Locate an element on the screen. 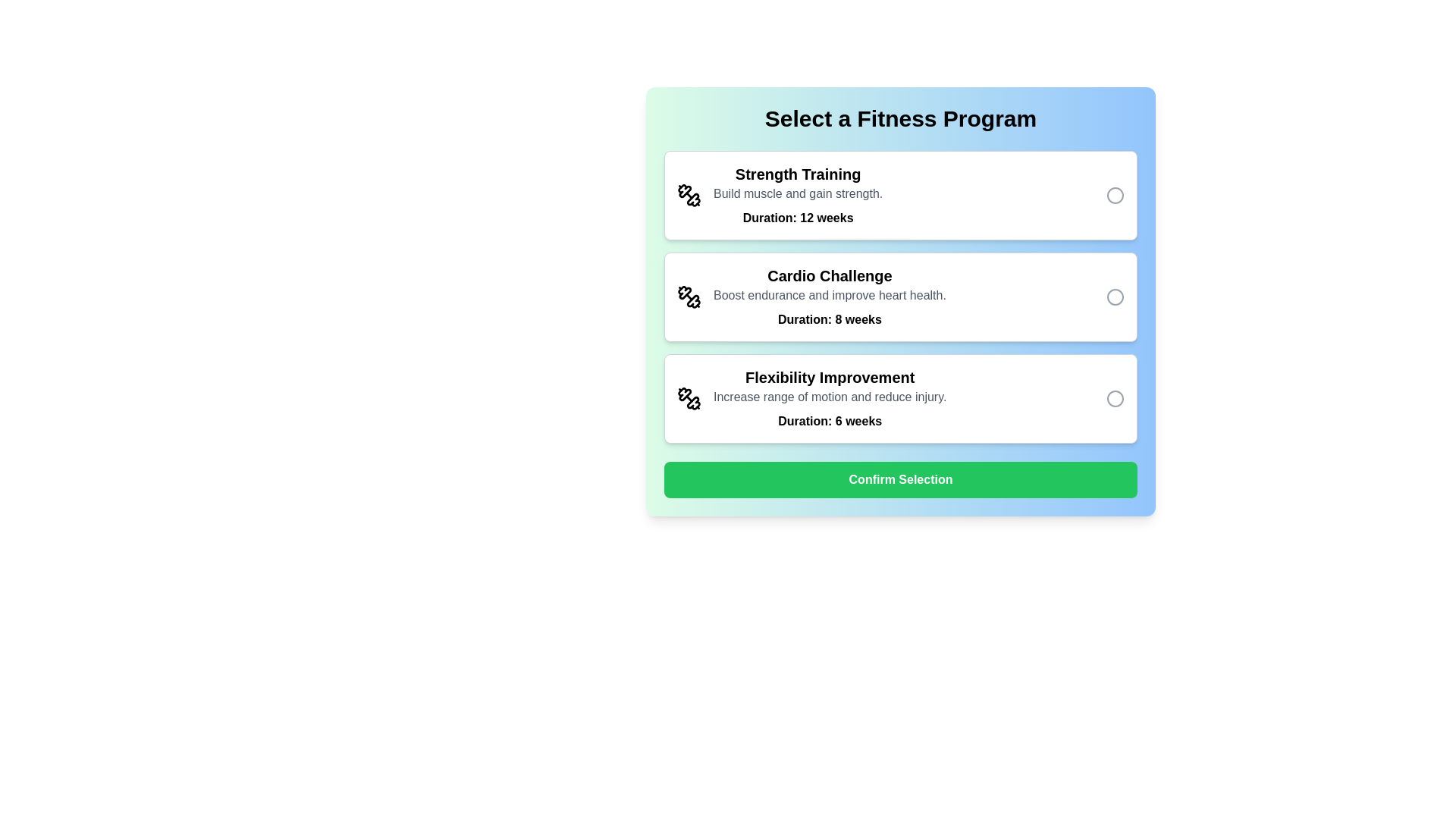 The image size is (1456, 819). the gray outlined circle indicator located to the right side of the 'Strength Training' section within the card-based UI is located at coordinates (1115, 195).